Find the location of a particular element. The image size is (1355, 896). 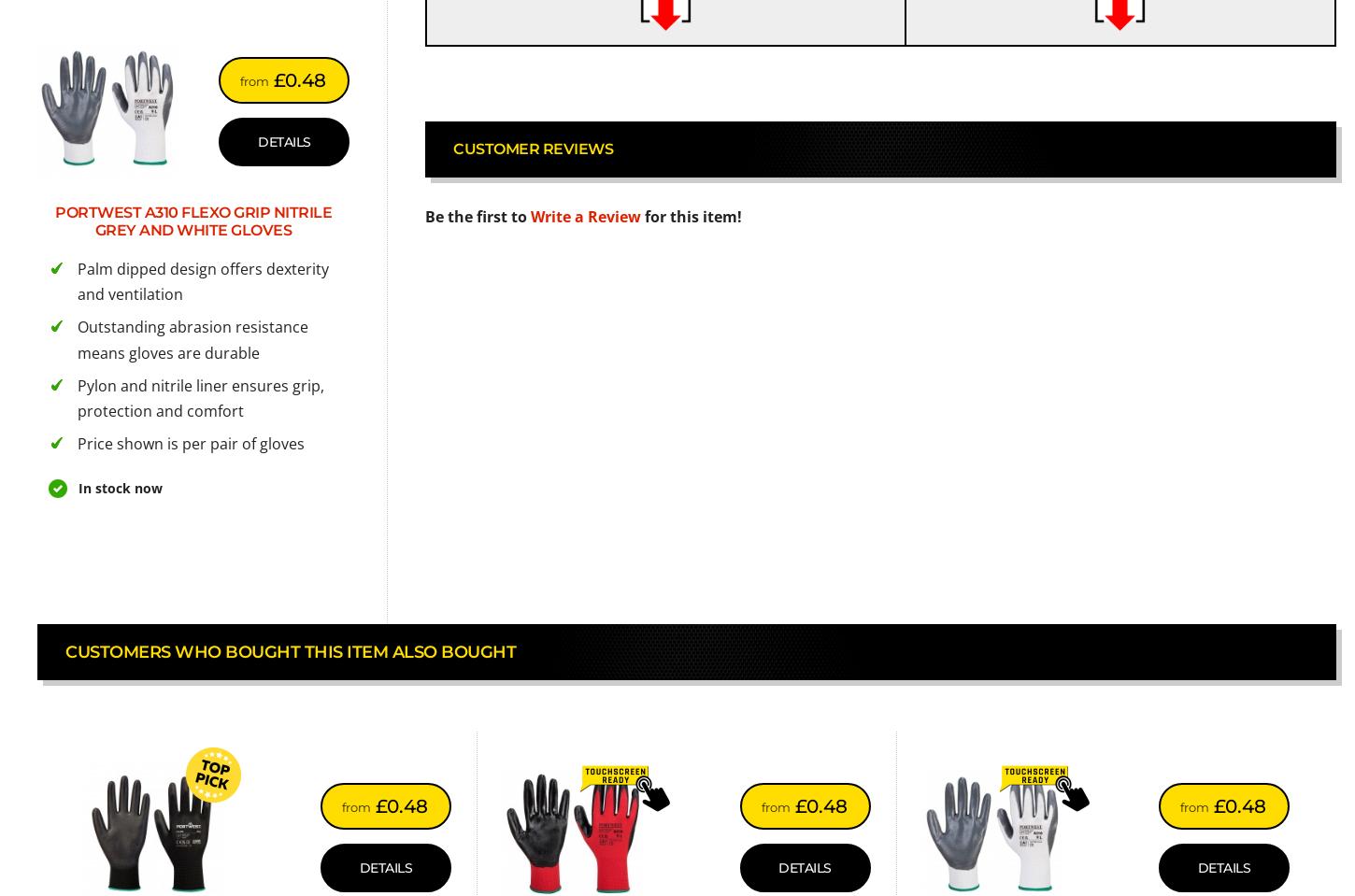

'Customer Reviews' is located at coordinates (533, 147).